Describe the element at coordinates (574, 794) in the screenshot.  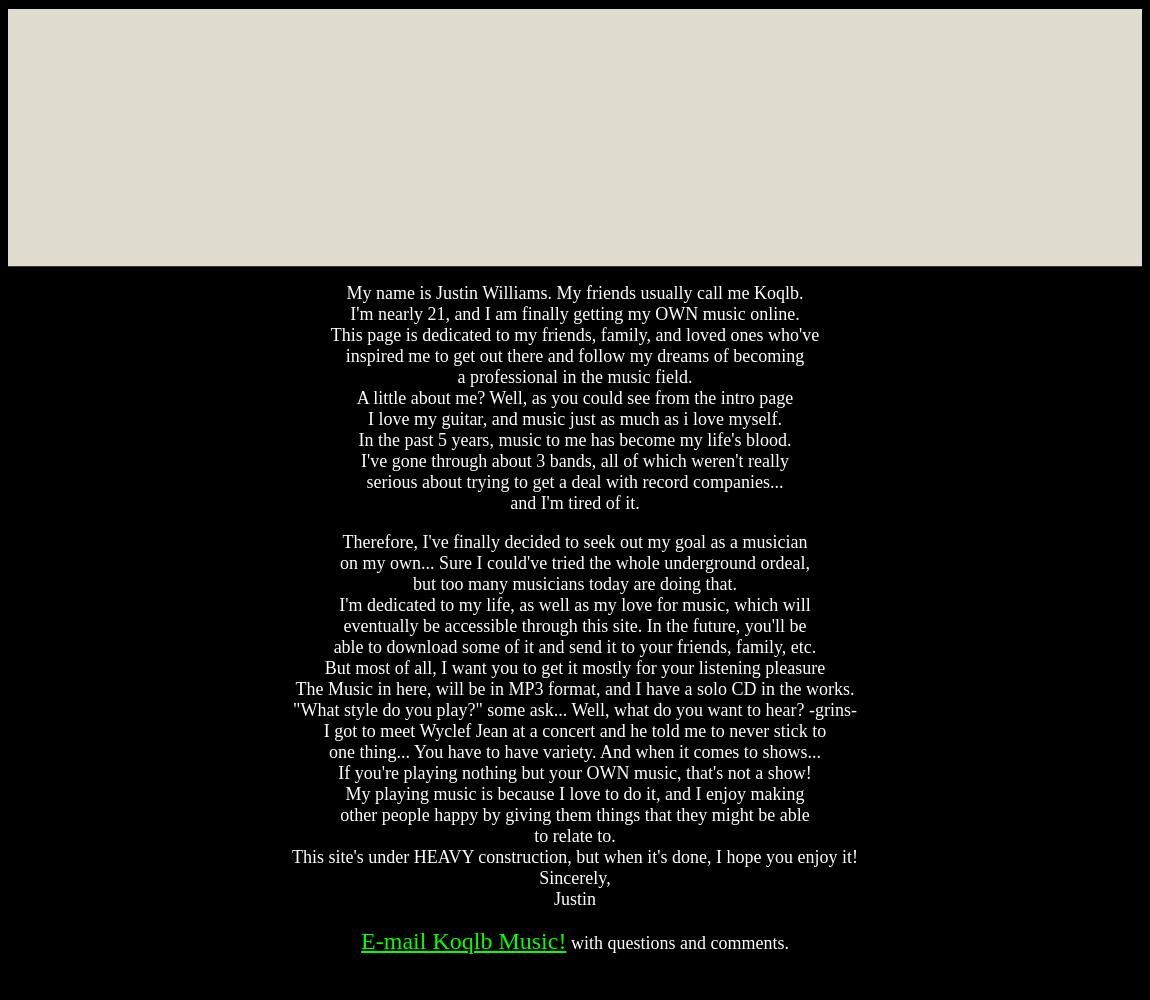
I see `'My playing music is because I love to do it, and I enjoy making'` at that location.